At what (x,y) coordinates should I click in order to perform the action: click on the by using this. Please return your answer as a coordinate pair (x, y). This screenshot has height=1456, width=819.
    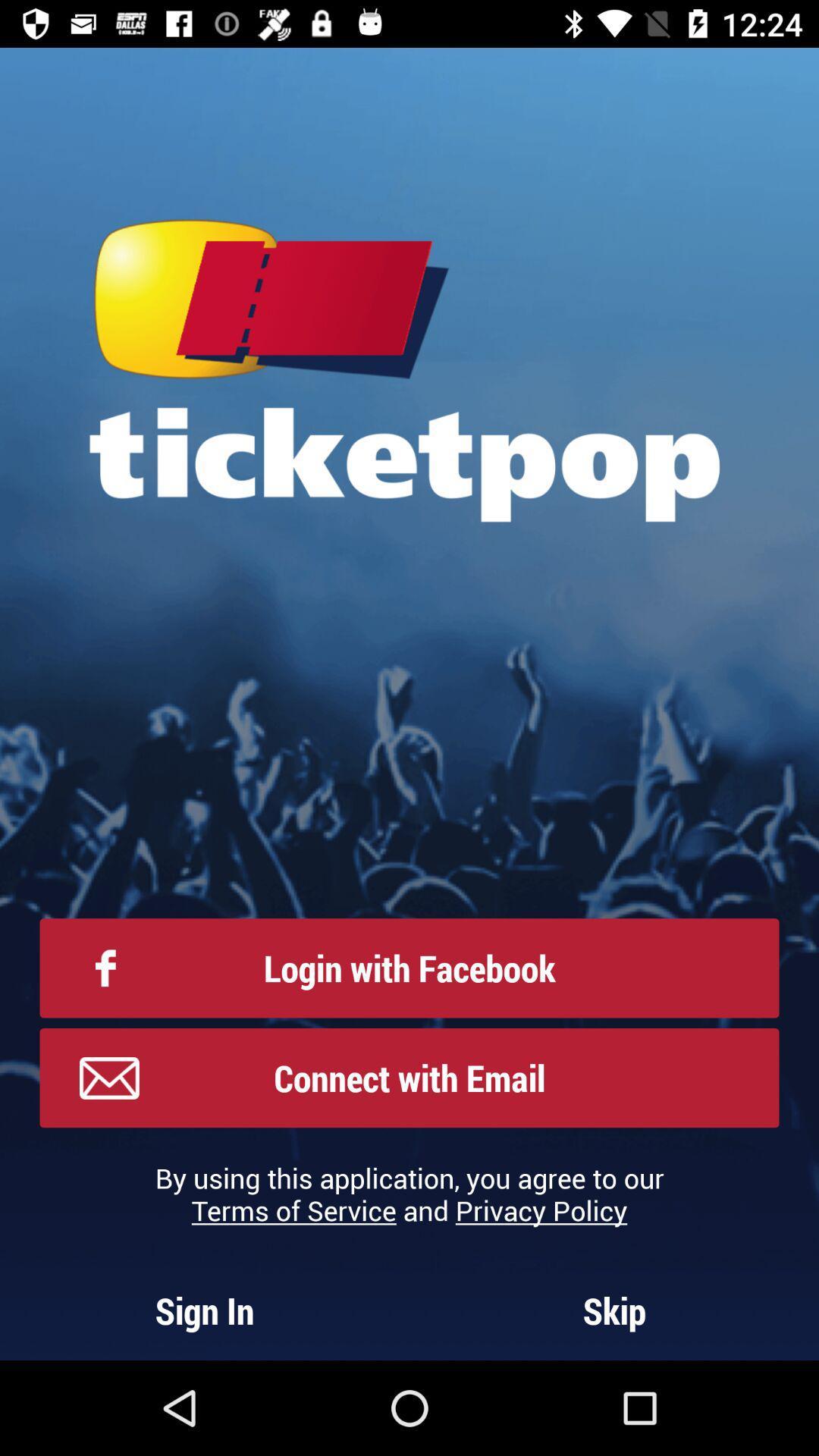
    Looking at the image, I should click on (409, 1193).